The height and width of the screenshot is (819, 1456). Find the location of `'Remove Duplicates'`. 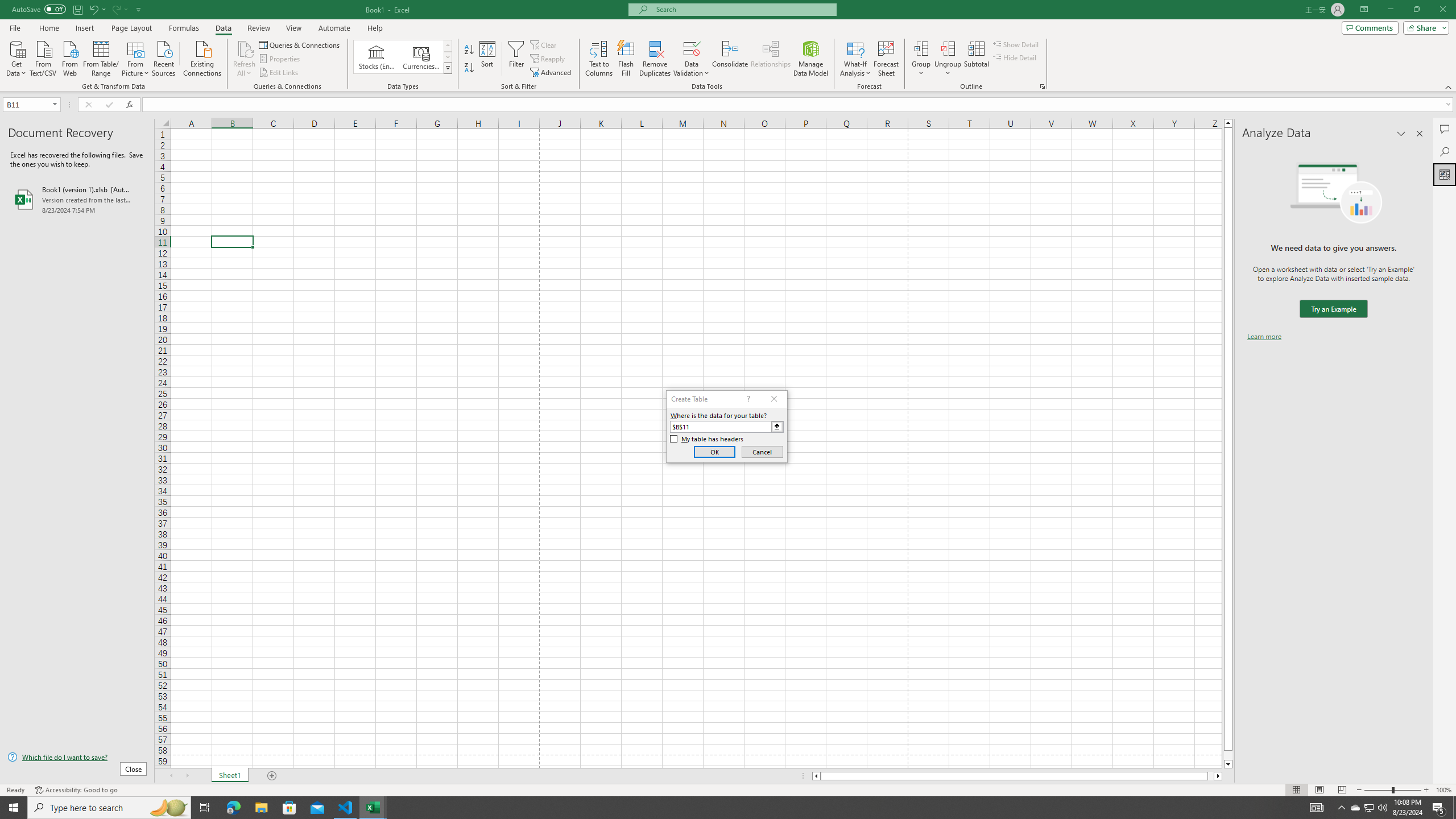

'Remove Duplicates' is located at coordinates (655, 59).